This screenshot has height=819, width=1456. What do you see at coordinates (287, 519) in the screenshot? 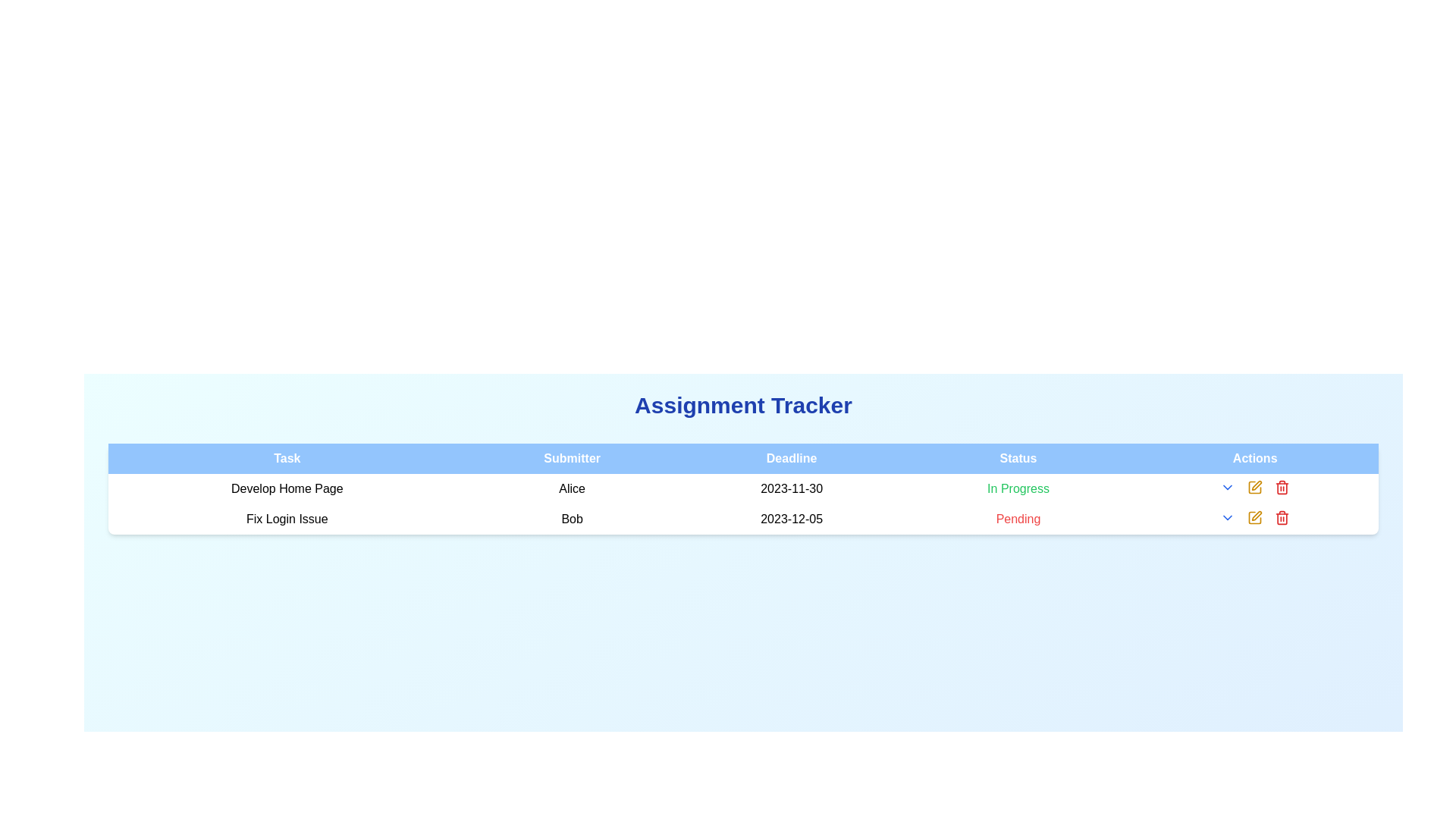
I see `the task description text label in the second row of the task management table, which displays the task name 'Develop Home Page'` at bounding box center [287, 519].